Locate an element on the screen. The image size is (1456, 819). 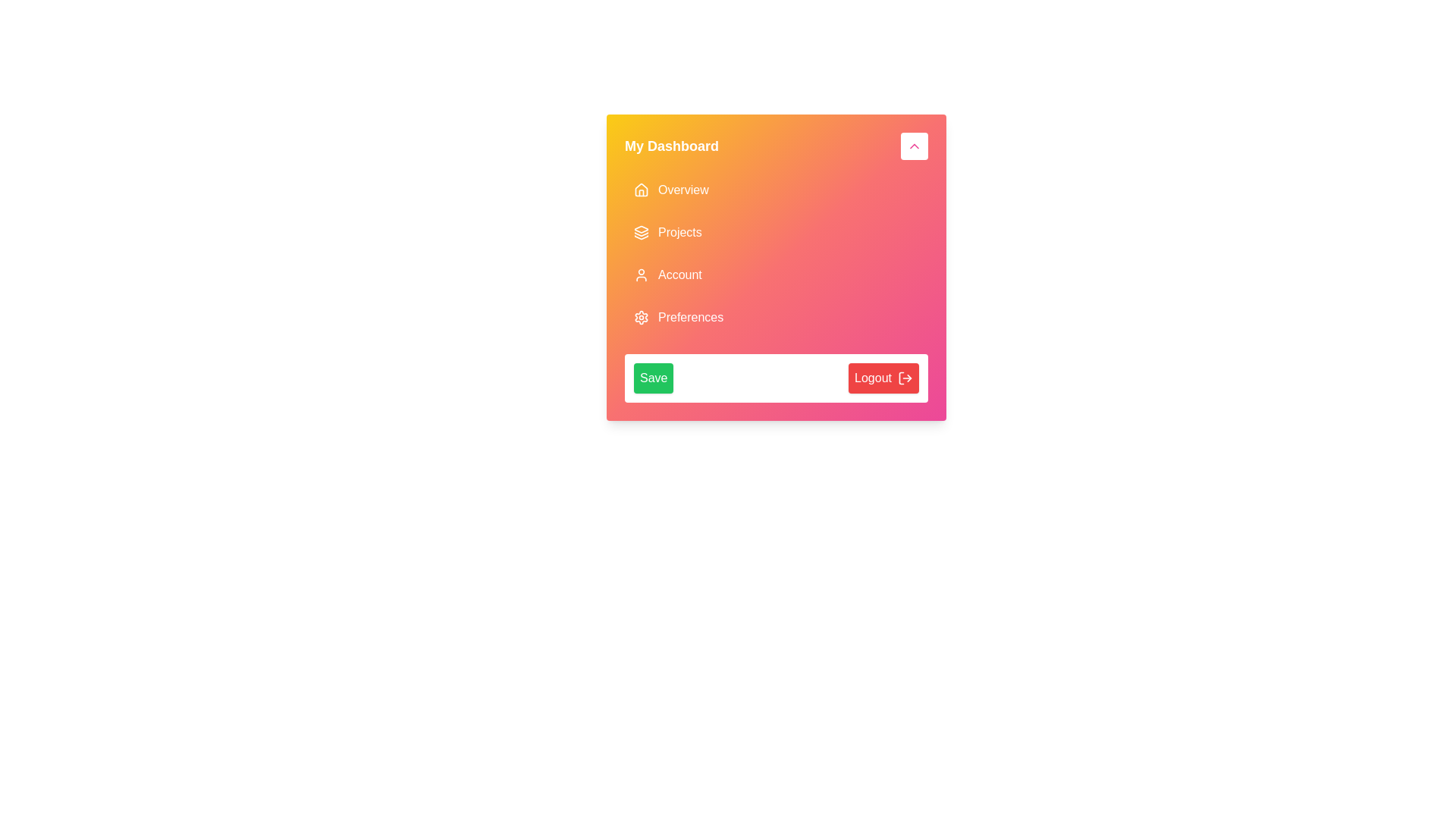
the 'Projects' navigation label located in the second row of the vertical menu is located at coordinates (679, 233).